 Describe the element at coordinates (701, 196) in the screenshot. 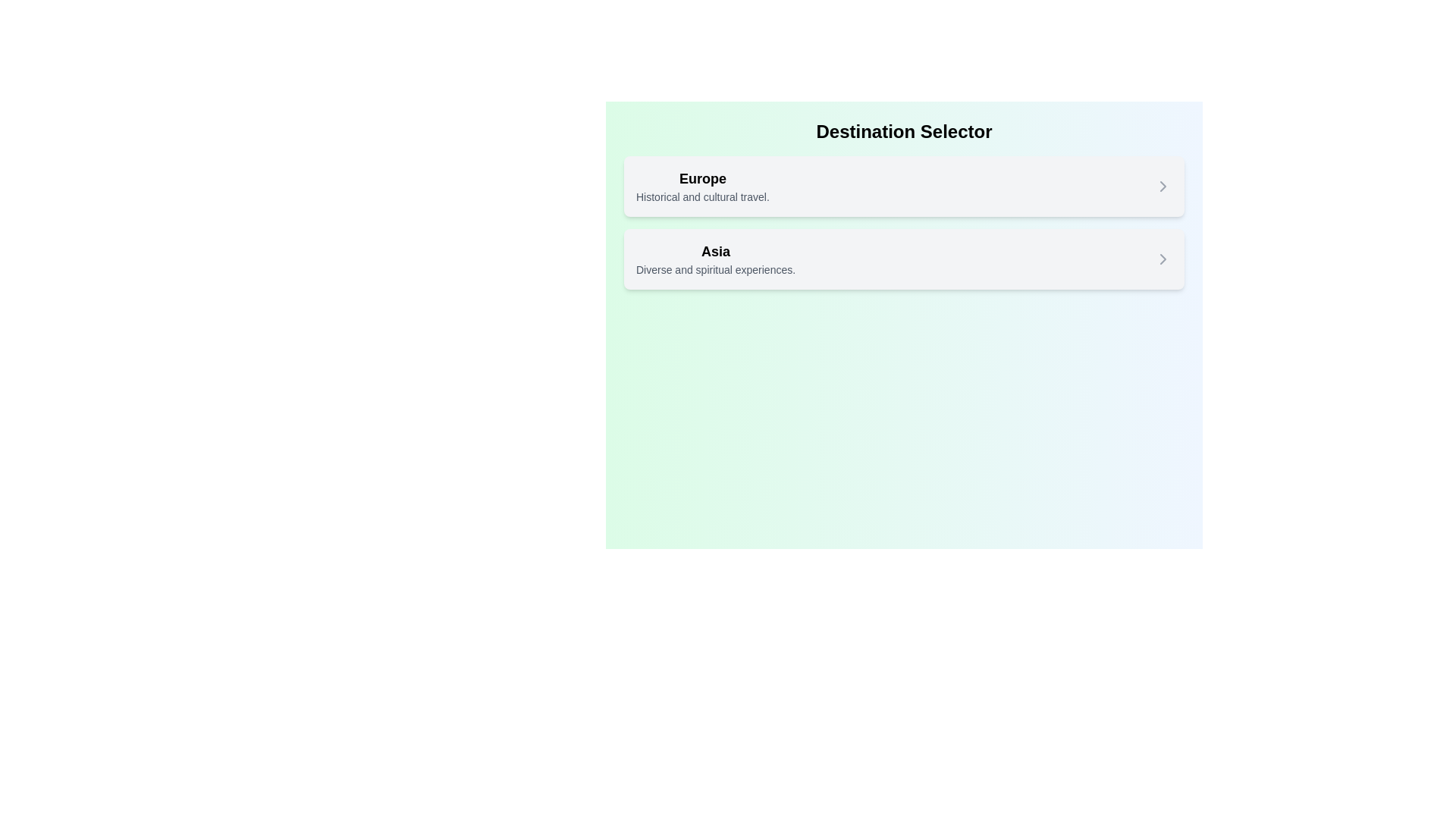

I see `the text label that reads 'Historical and cultural travel.' located directly below the 'Europe' heading, styled in gray font as a subtitle` at that location.